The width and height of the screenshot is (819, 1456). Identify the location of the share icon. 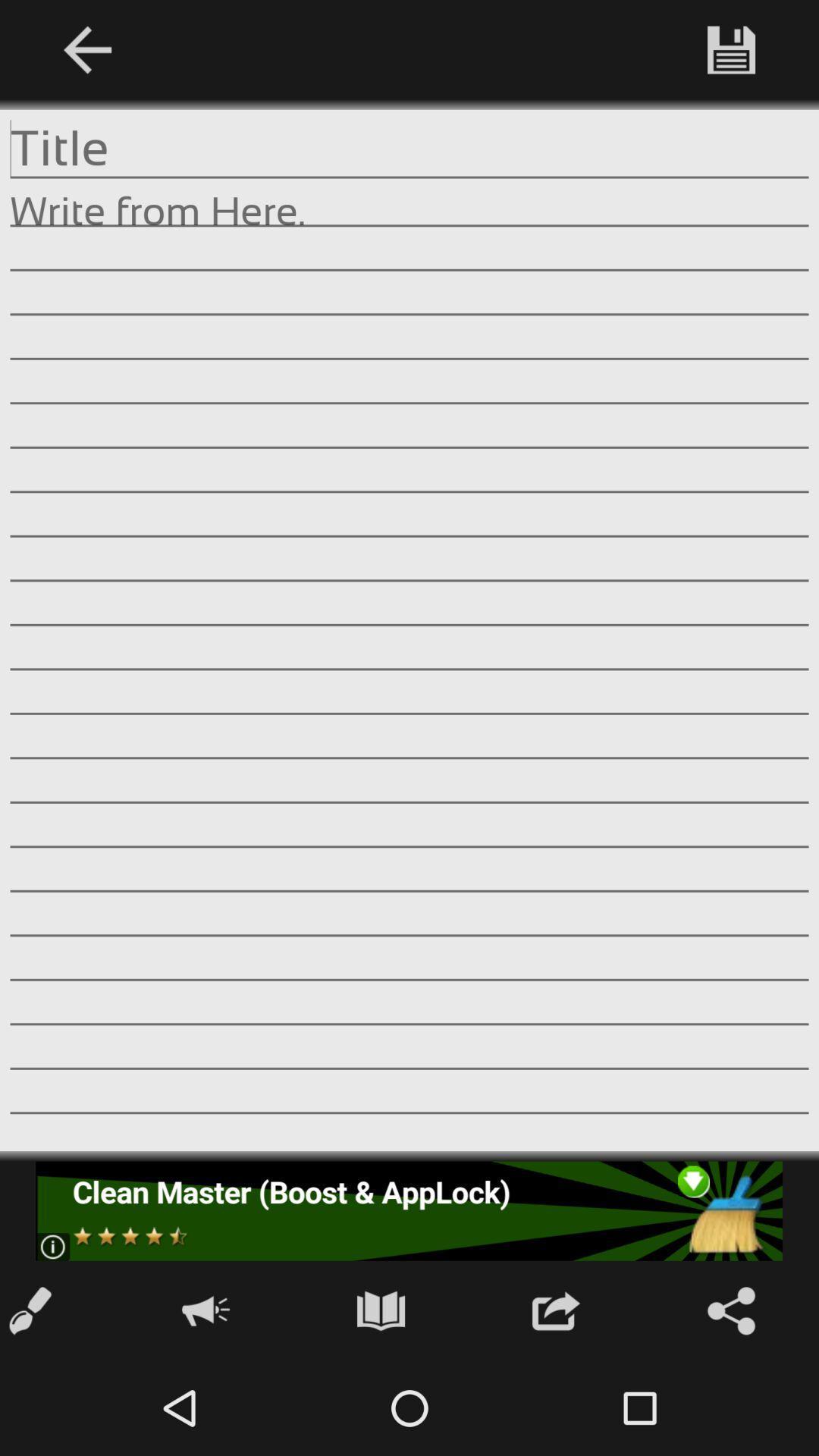
(730, 1310).